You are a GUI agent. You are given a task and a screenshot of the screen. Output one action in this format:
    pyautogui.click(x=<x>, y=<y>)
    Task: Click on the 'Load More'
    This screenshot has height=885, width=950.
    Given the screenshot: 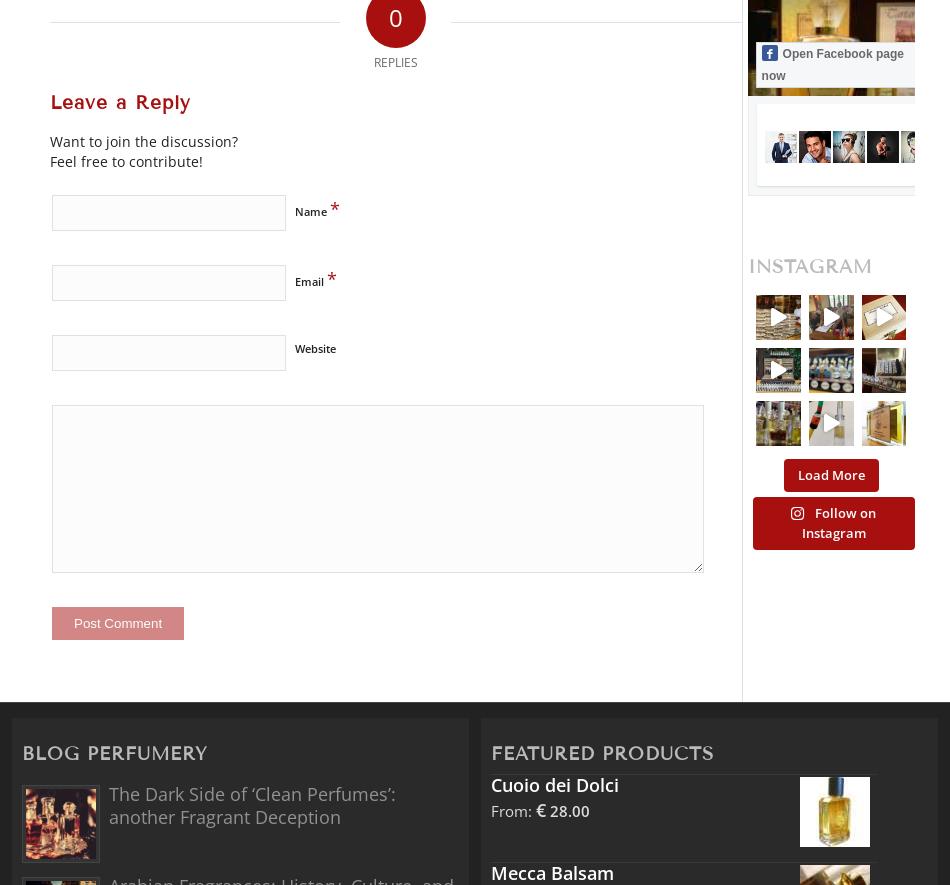 What is the action you would take?
    pyautogui.click(x=829, y=473)
    